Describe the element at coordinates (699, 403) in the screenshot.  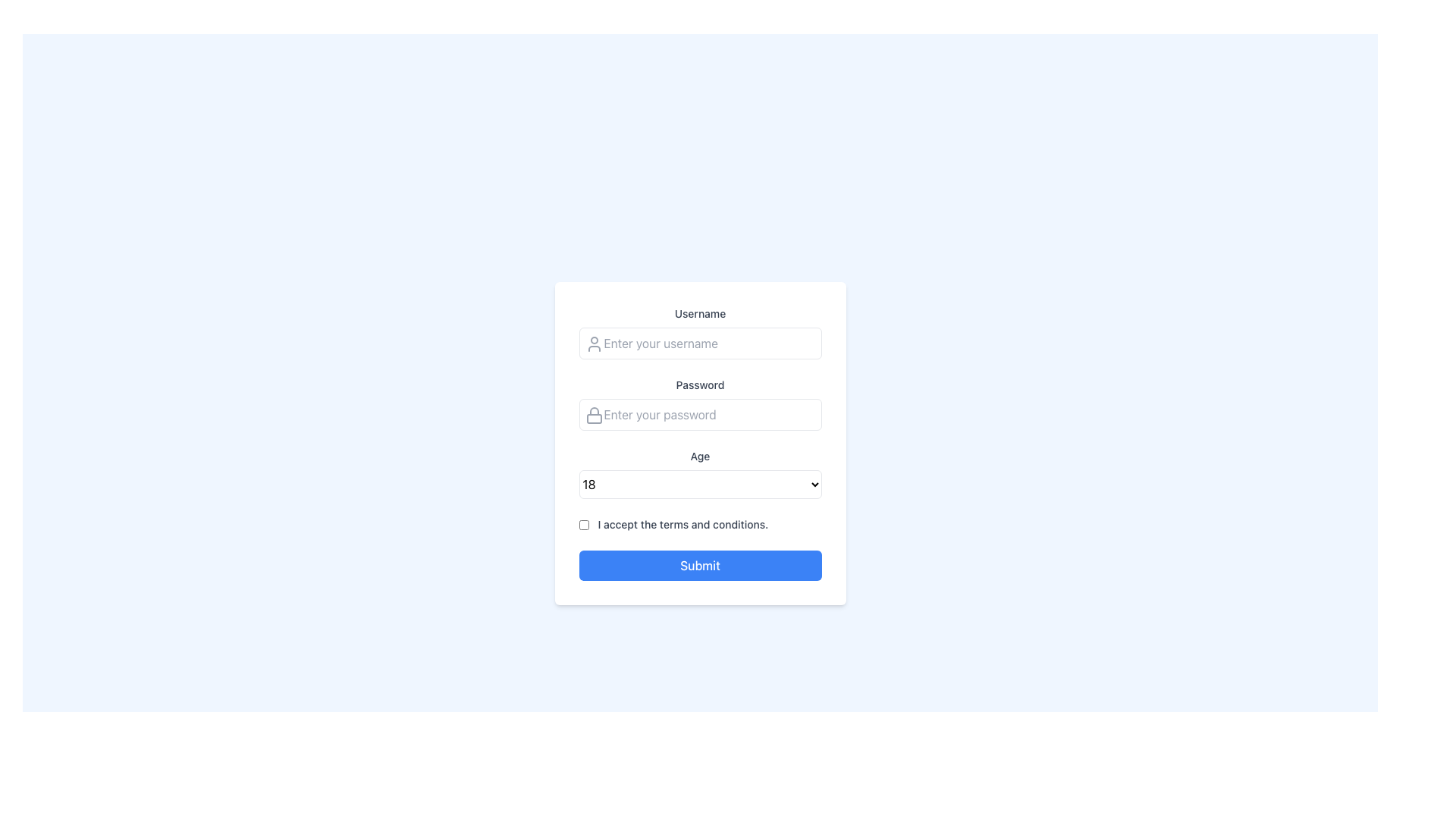
I see `the labeled password input field, which contains a lock icon and has a placeholder text 'Enter your password', to focus for text entry` at that location.